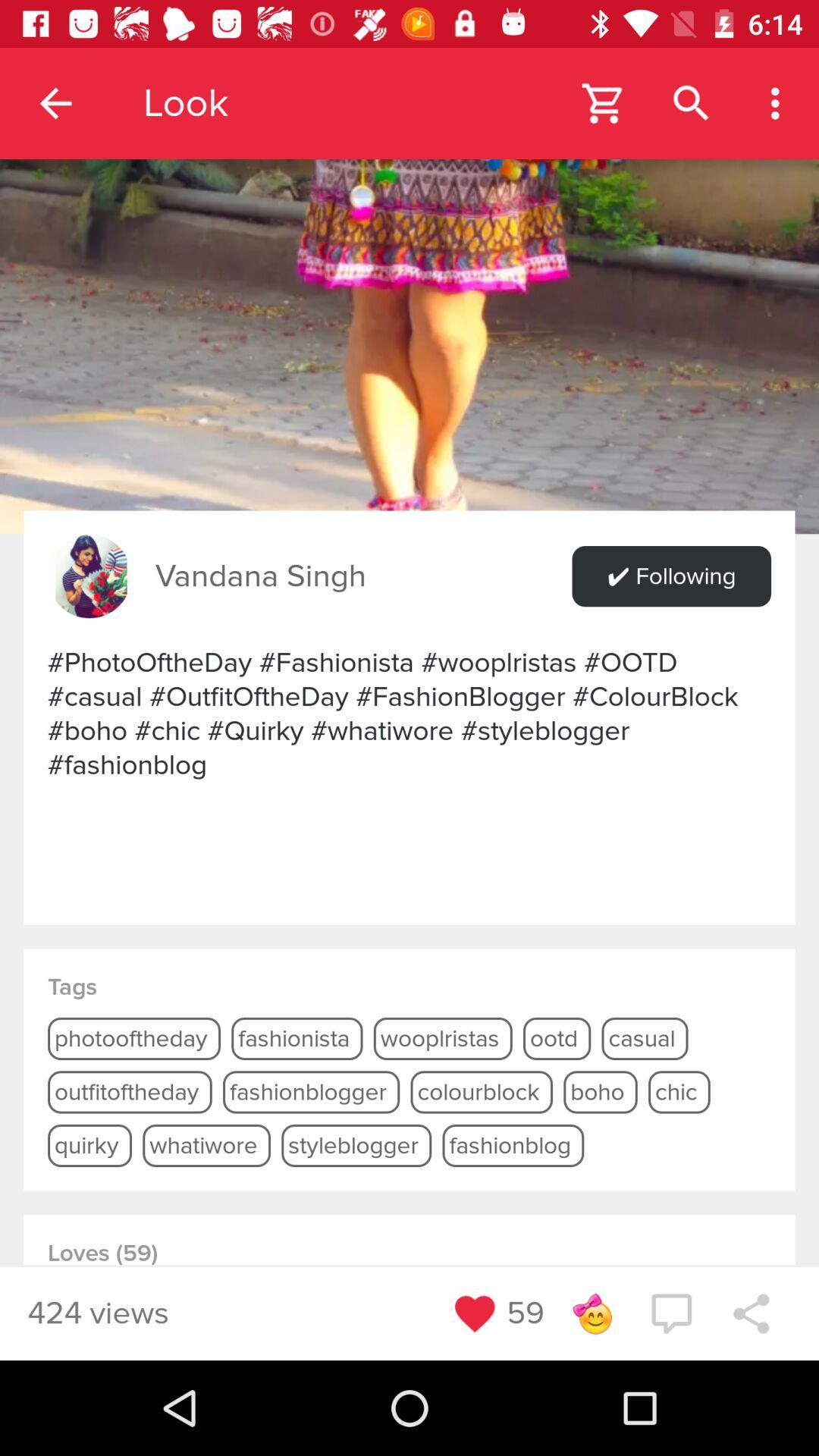 The height and width of the screenshot is (1456, 819). Describe the element at coordinates (409, 267) in the screenshot. I see `open profile` at that location.